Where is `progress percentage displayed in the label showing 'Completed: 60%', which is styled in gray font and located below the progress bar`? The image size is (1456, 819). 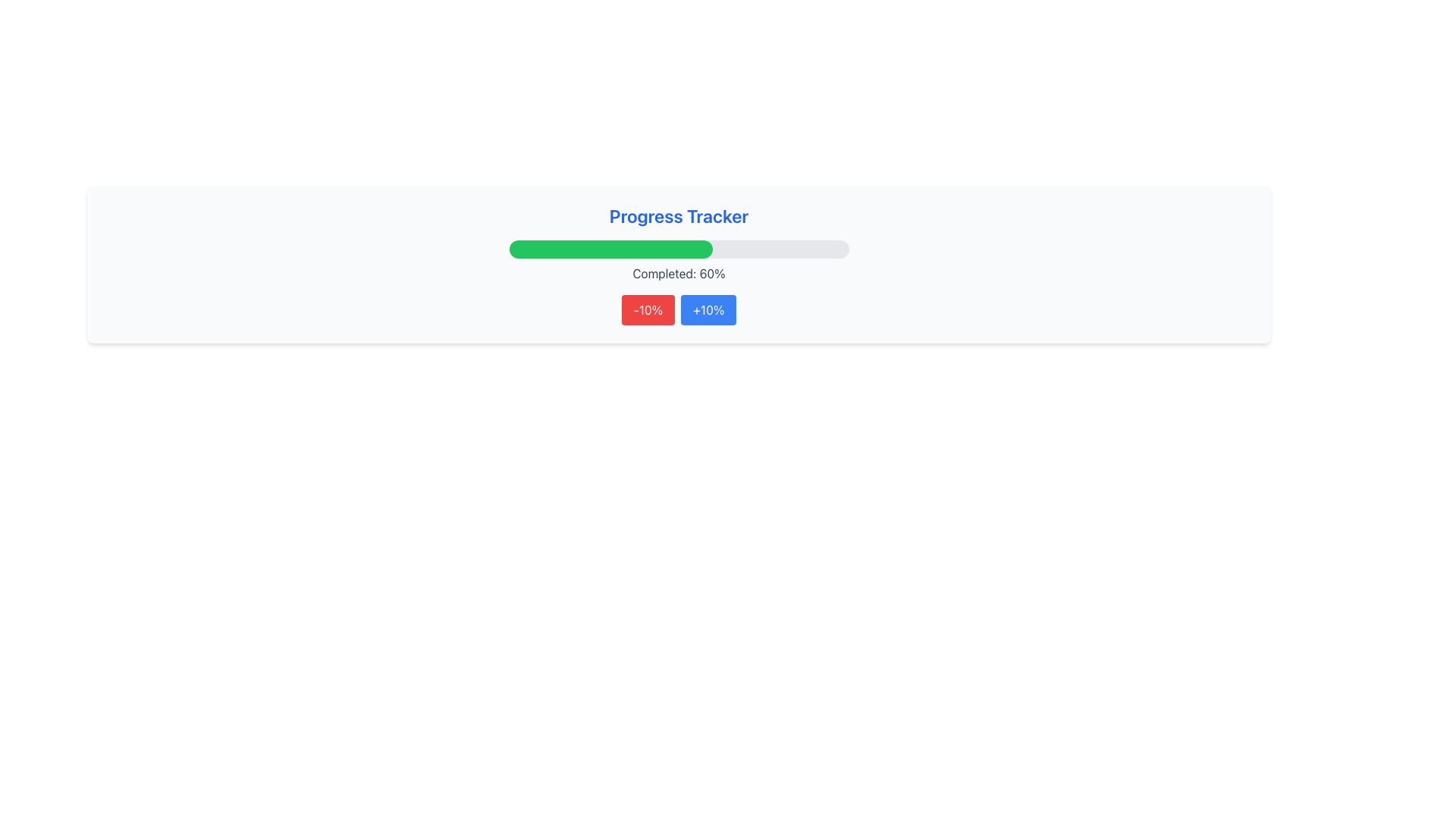 progress percentage displayed in the label showing 'Completed: 60%', which is styled in gray font and located below the progress bar is located at coordinates (678, 274).